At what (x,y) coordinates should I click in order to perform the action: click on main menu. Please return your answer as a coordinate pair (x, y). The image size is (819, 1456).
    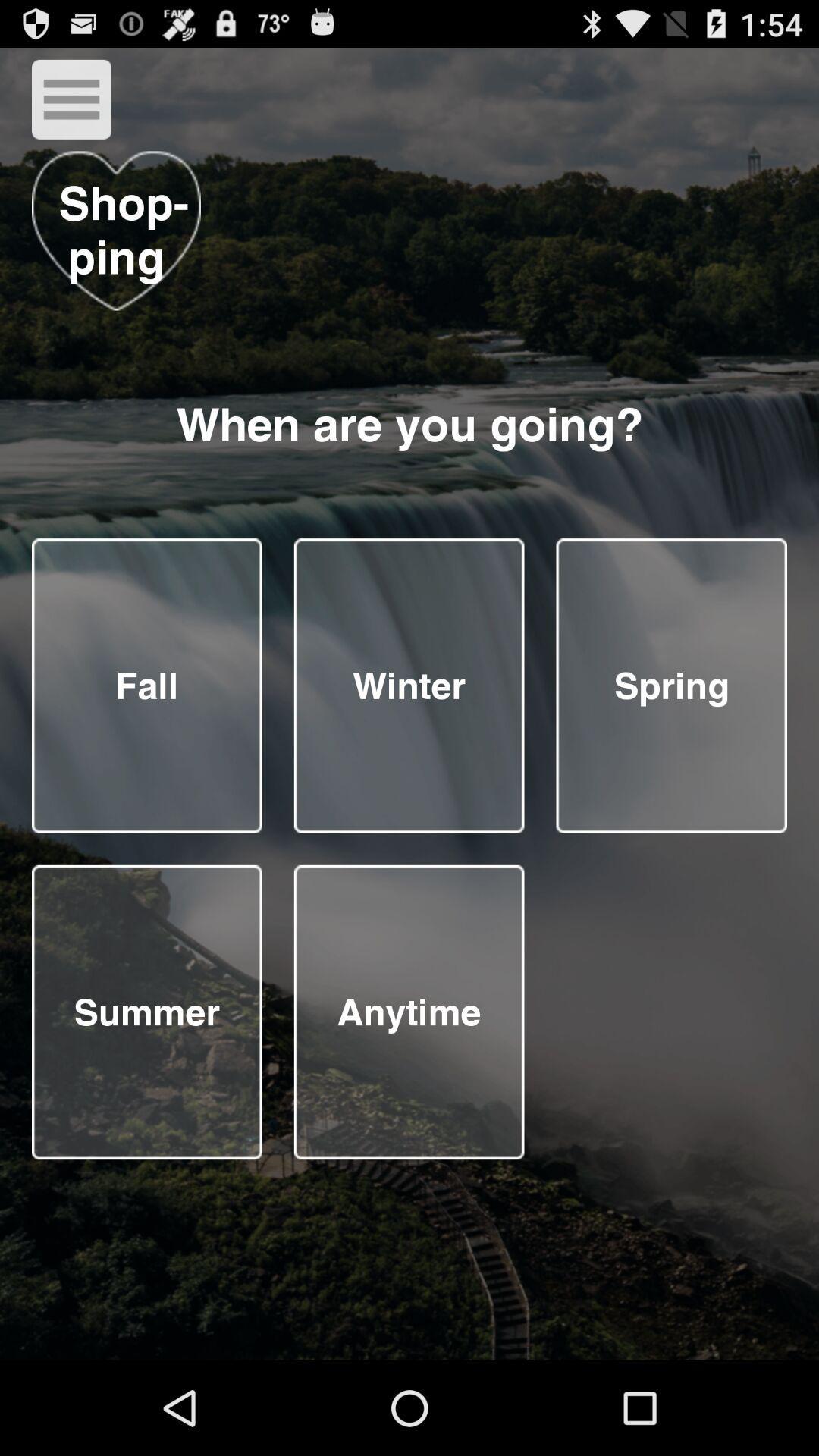
    Looking at the image, I should click on (71, 99).